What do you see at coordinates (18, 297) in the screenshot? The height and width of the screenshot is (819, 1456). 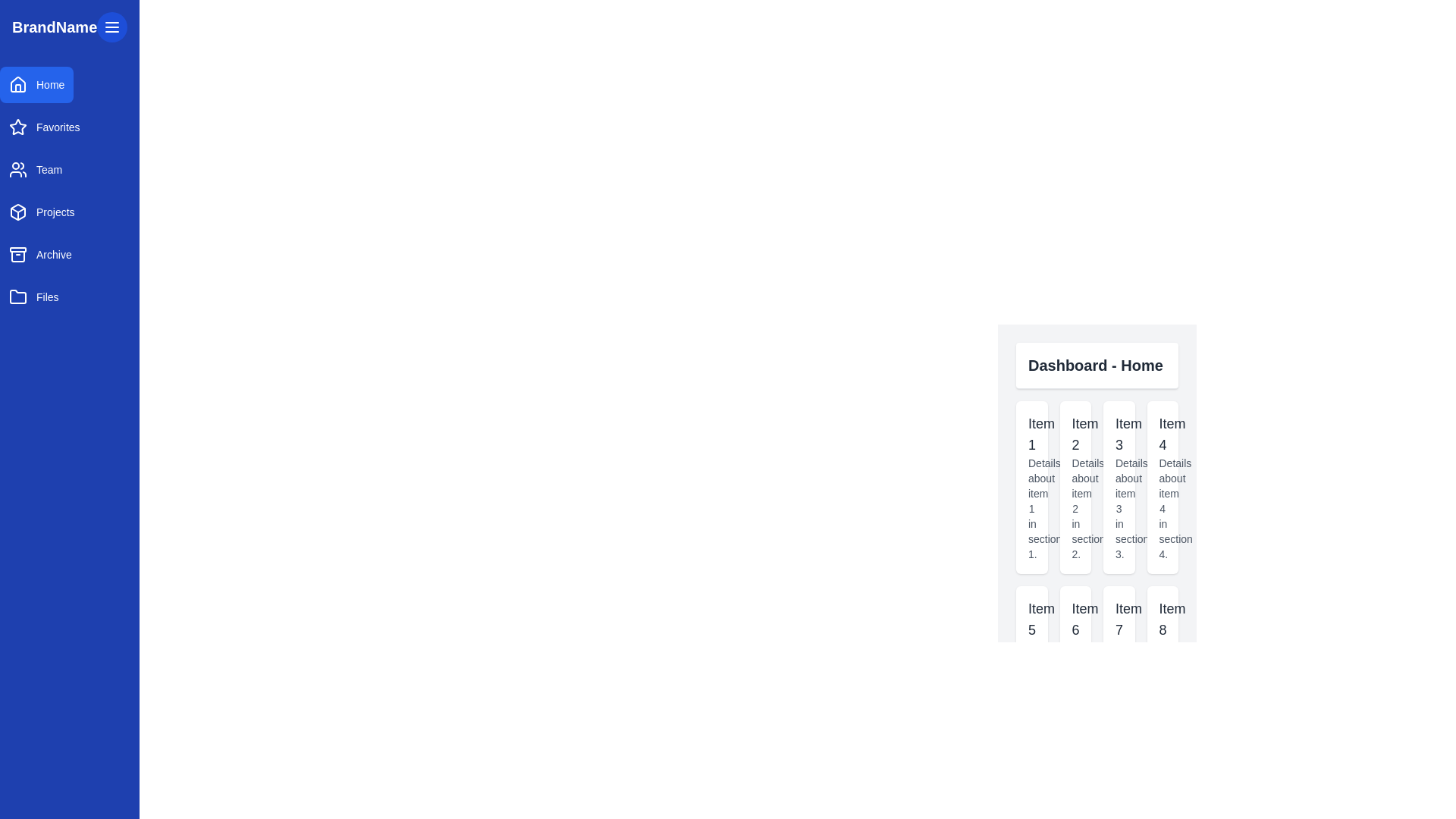 I see `the small folder-shaped icon with rounded edges located in the left navigation panel, styled in white against a blue background, positioned below the 'Archive' section in the 'Files' menu` at bounding box center [18, 297].